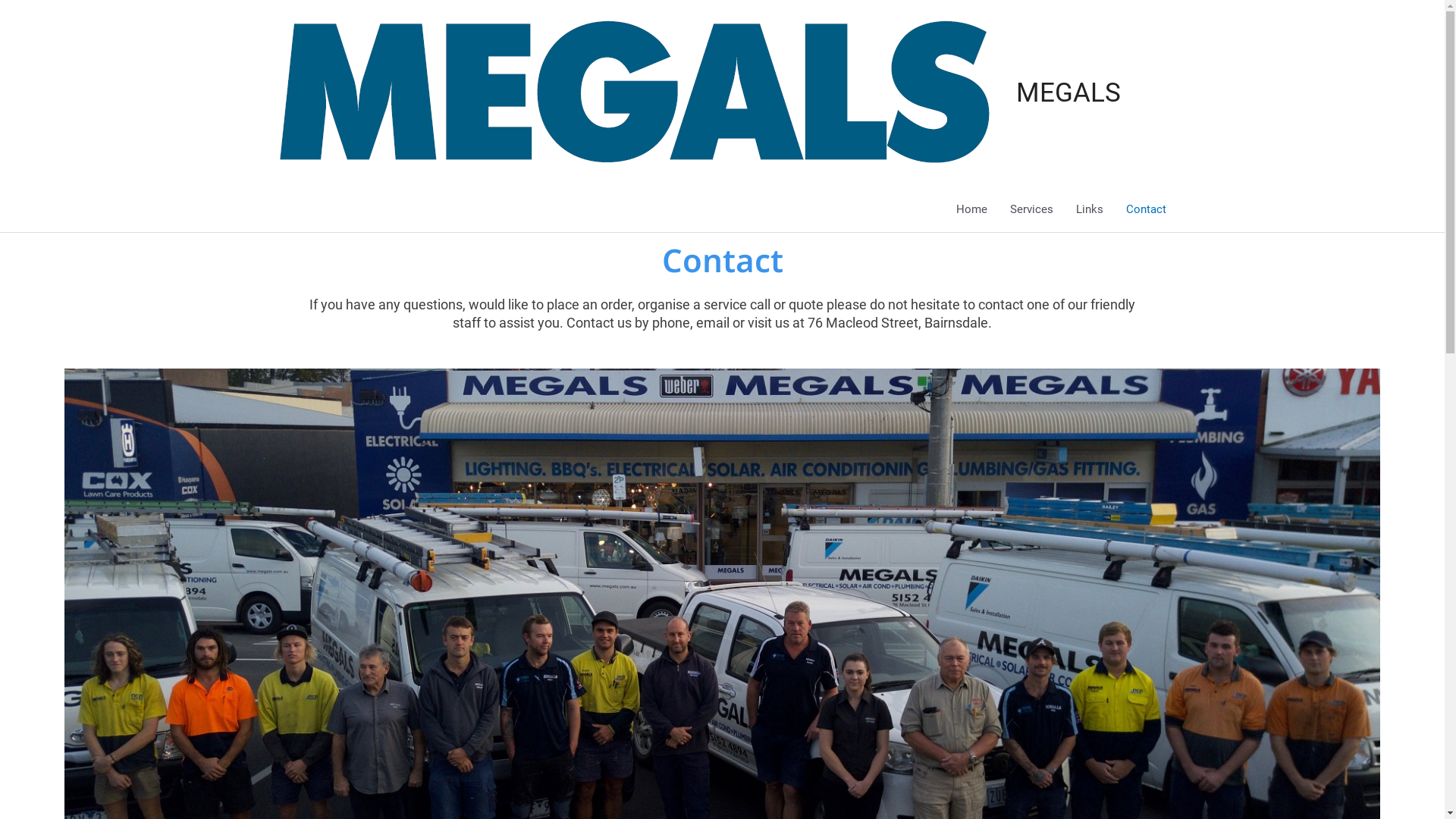 Image resolution: width=1456 pixels, height=819 pixels. Describe the element at coordinates (1068, 93) in the screenshot. I see `'MEGALS'` at that location.